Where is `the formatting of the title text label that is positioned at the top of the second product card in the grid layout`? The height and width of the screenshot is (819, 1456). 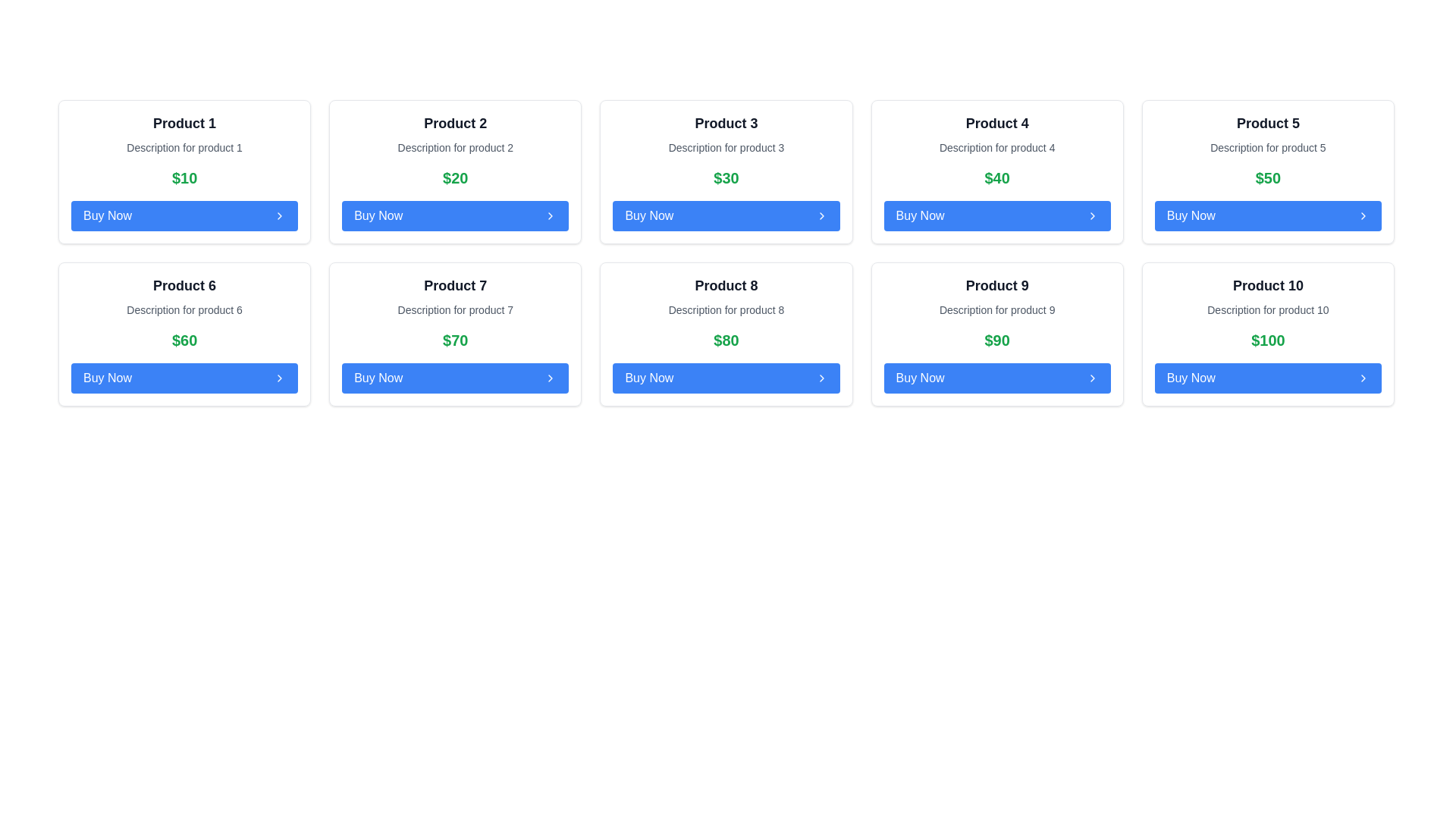
the formatting of the title text label that is positioned at the top of the second product card in the grid layout is located at coordinates (454, 122).